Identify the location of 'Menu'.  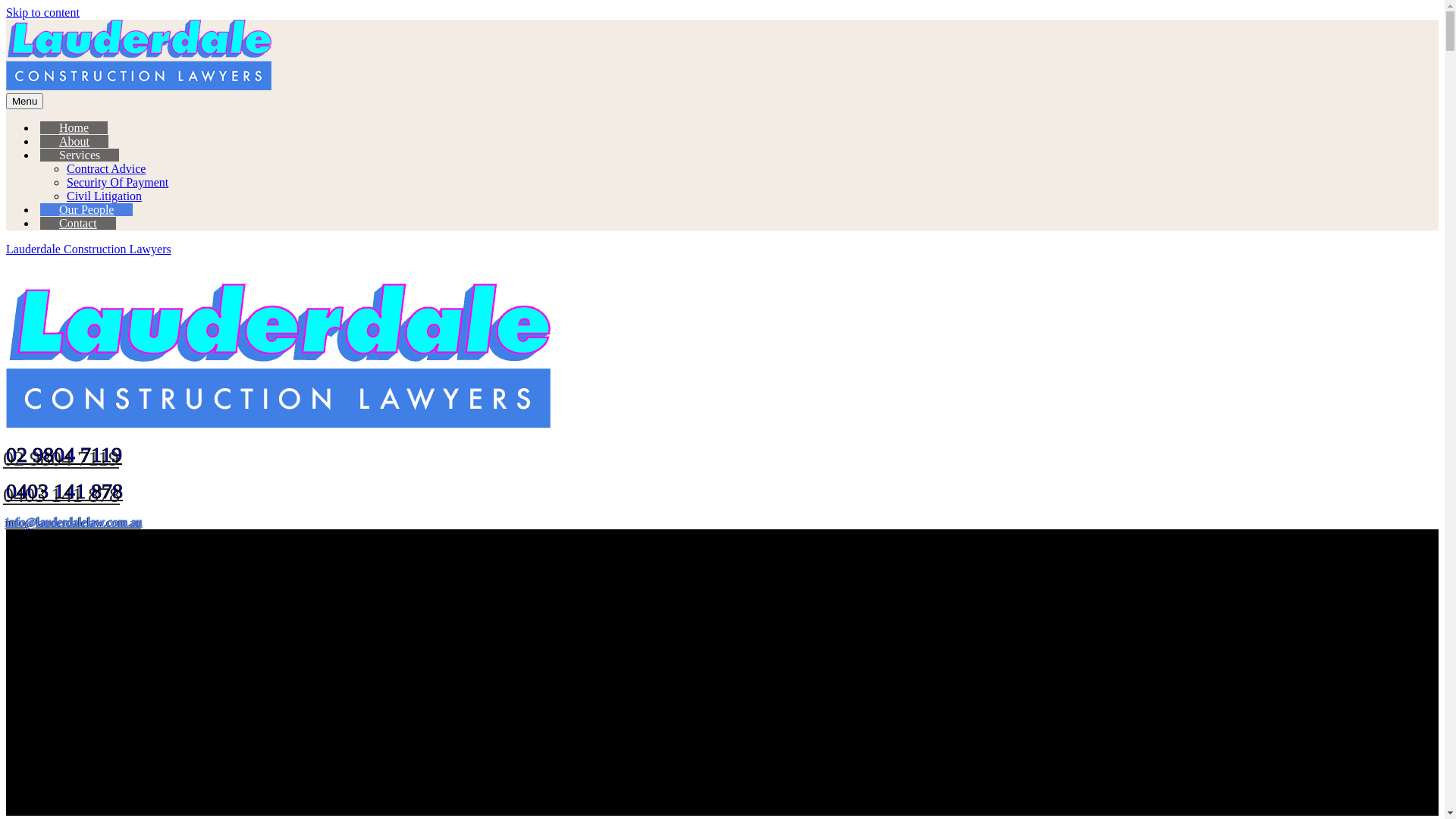
(6, 101).